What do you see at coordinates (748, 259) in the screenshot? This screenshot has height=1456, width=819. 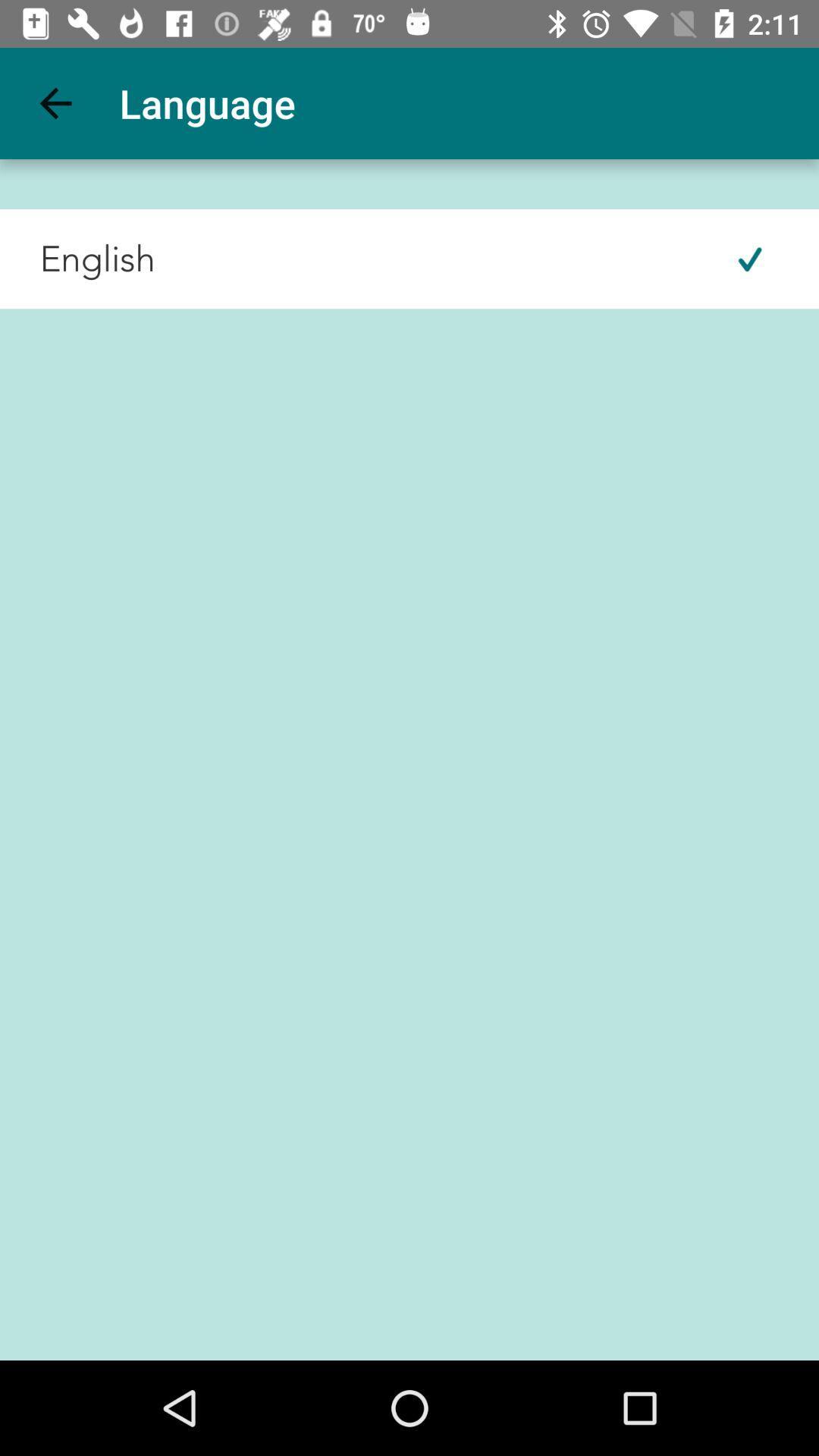 I see `icon to the right of the english icon` at bounding box center [748, 259].